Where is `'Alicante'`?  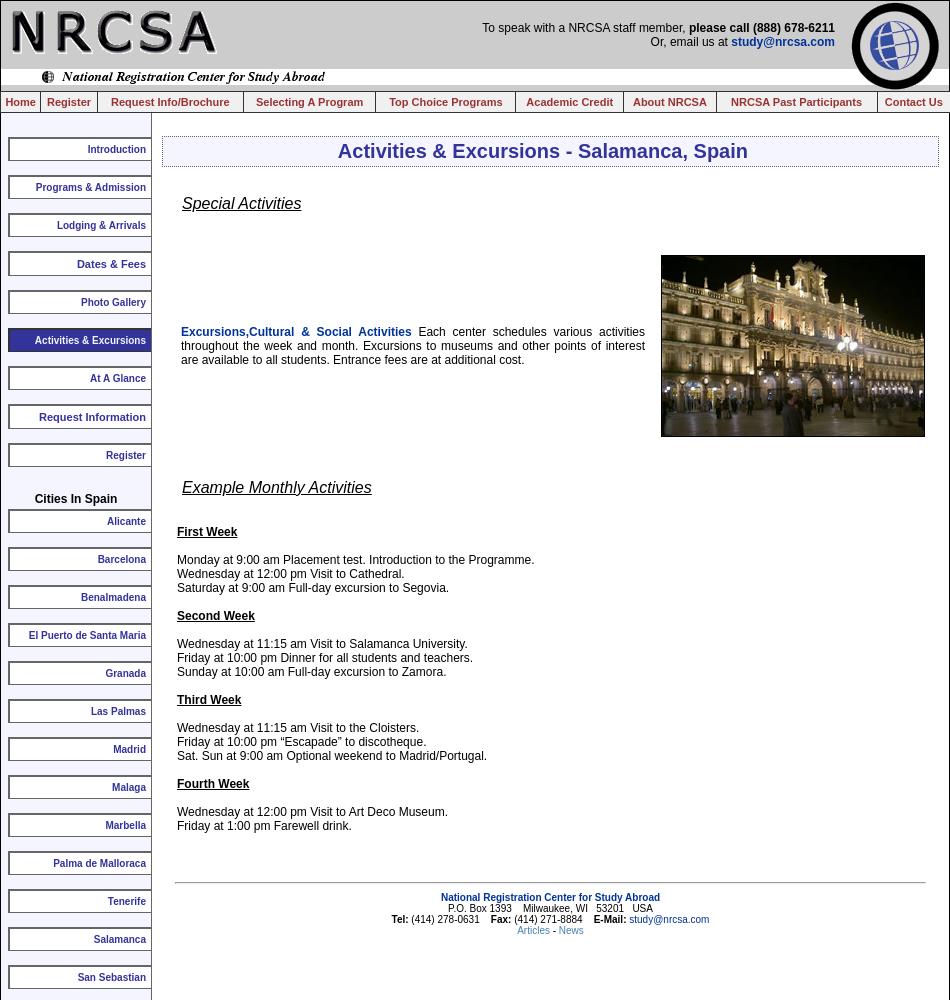 'Alicante' is located at coordinates (106, 521).